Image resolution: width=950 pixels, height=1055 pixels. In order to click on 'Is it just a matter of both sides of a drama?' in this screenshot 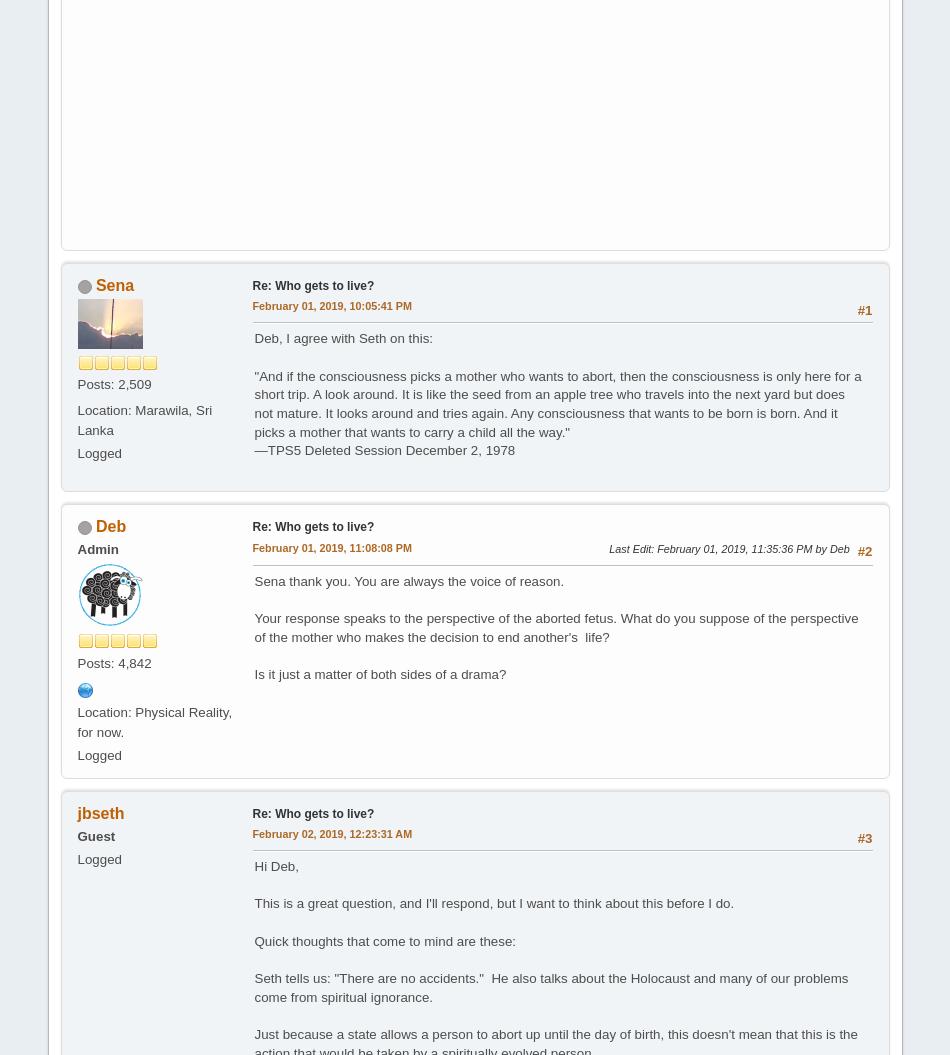, I will do `click(379, 673)`.